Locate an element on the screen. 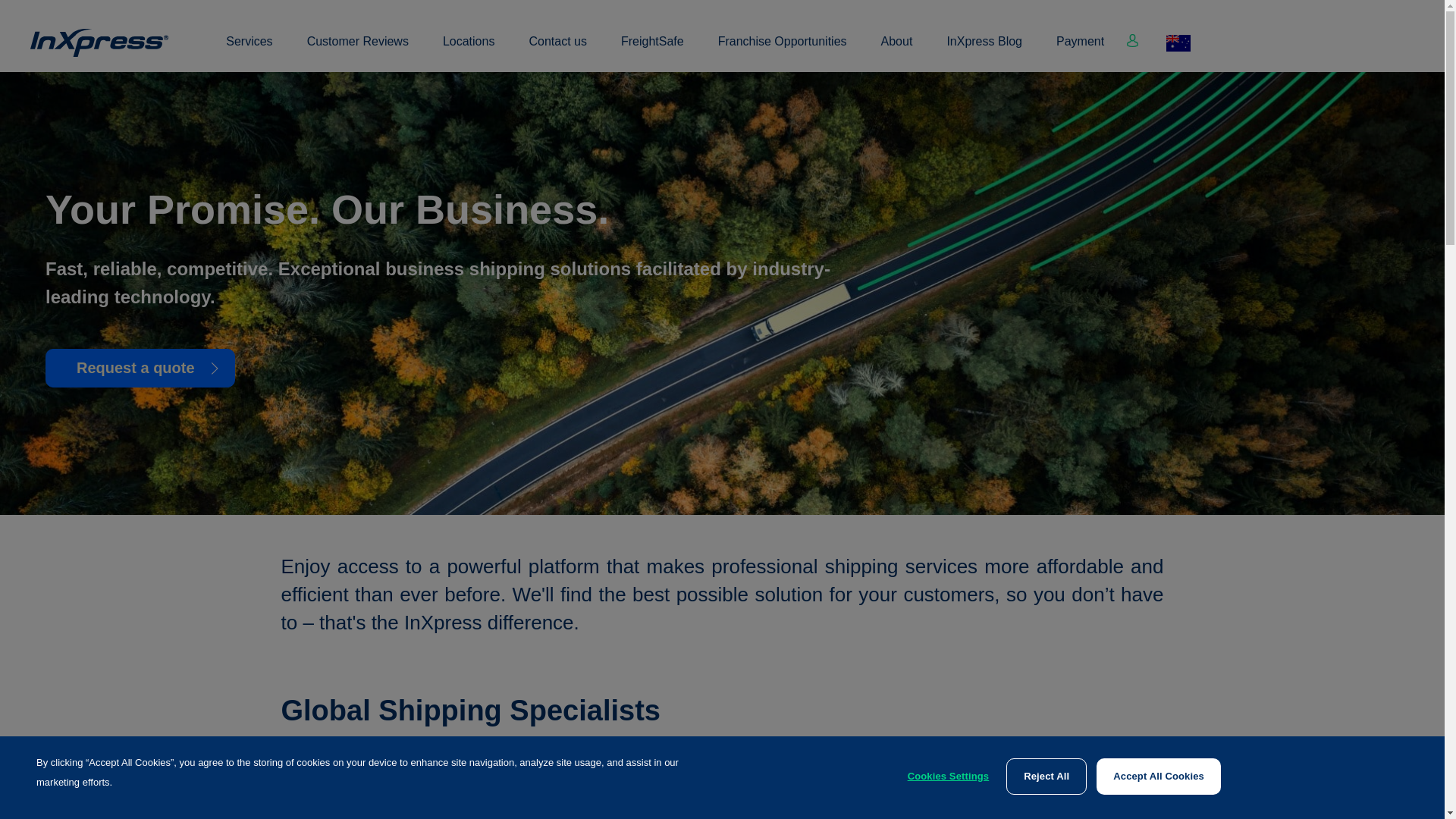  'About' is located at coordinates (896, 49).